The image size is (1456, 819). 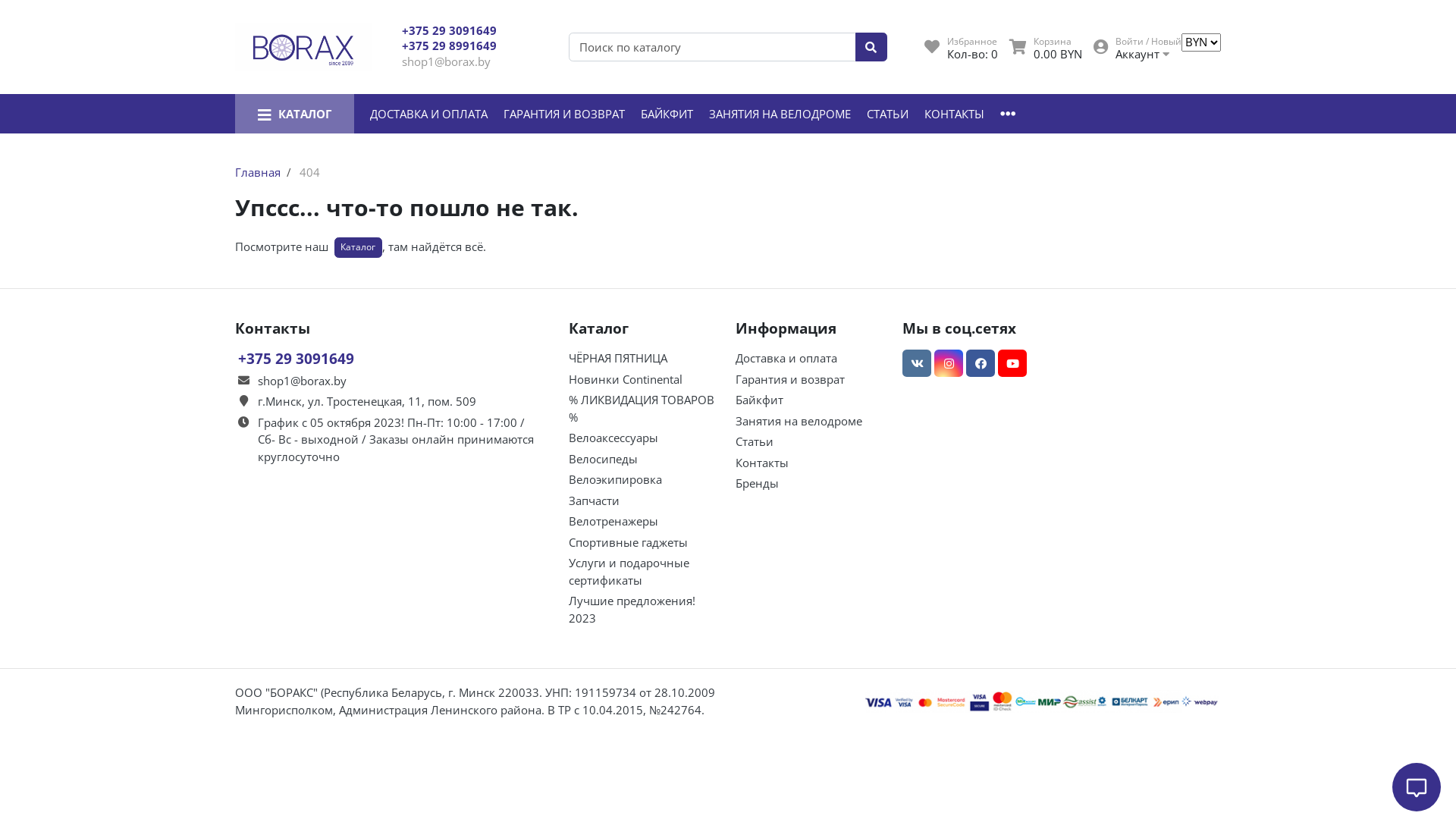 I want to click on '404', so click(x=309, y=171).